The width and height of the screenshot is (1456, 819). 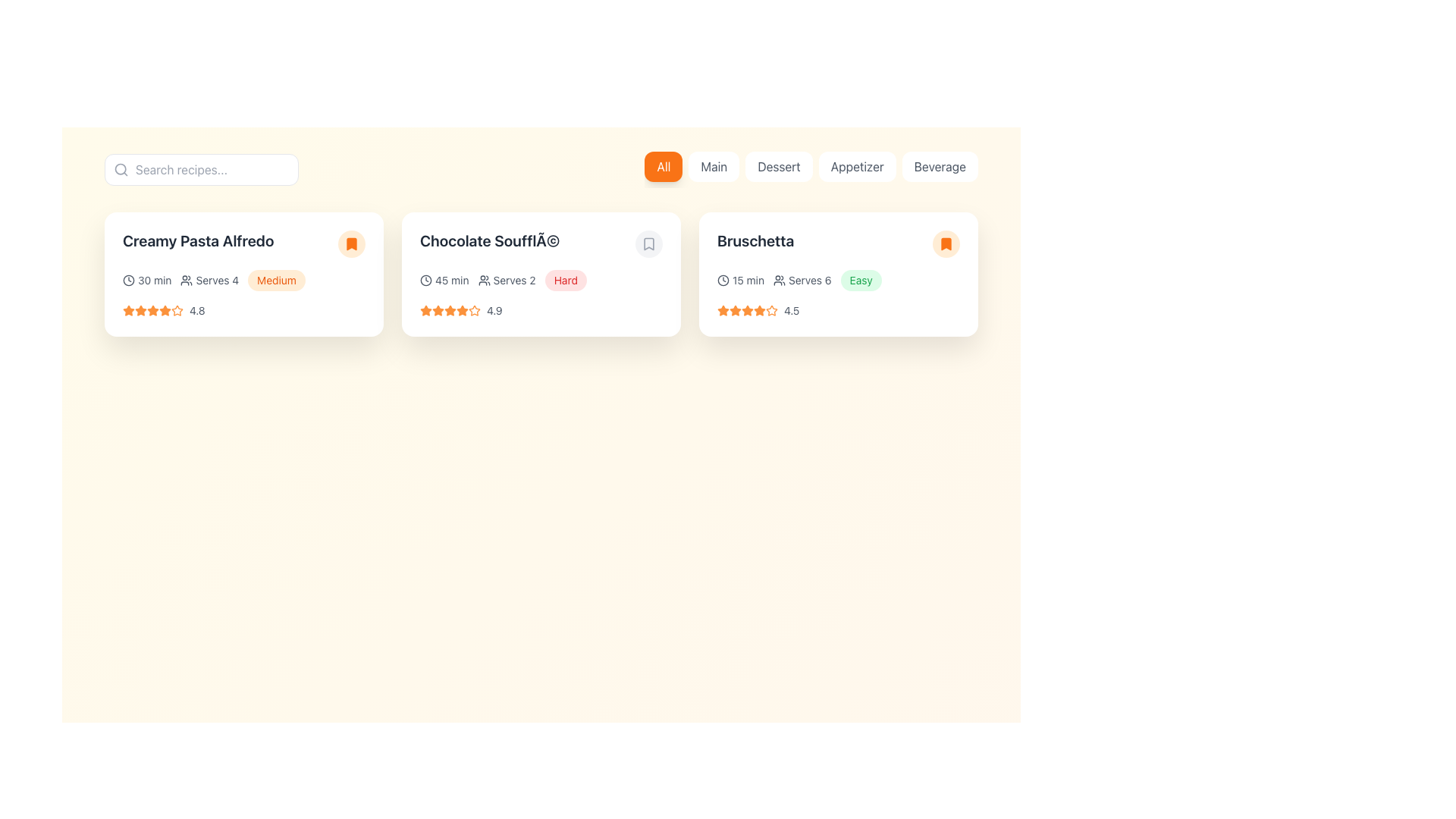 I want to click on the static text label that indicates the number of servings for the 'Bruschetta' recipe, so click(x=809, y=281).